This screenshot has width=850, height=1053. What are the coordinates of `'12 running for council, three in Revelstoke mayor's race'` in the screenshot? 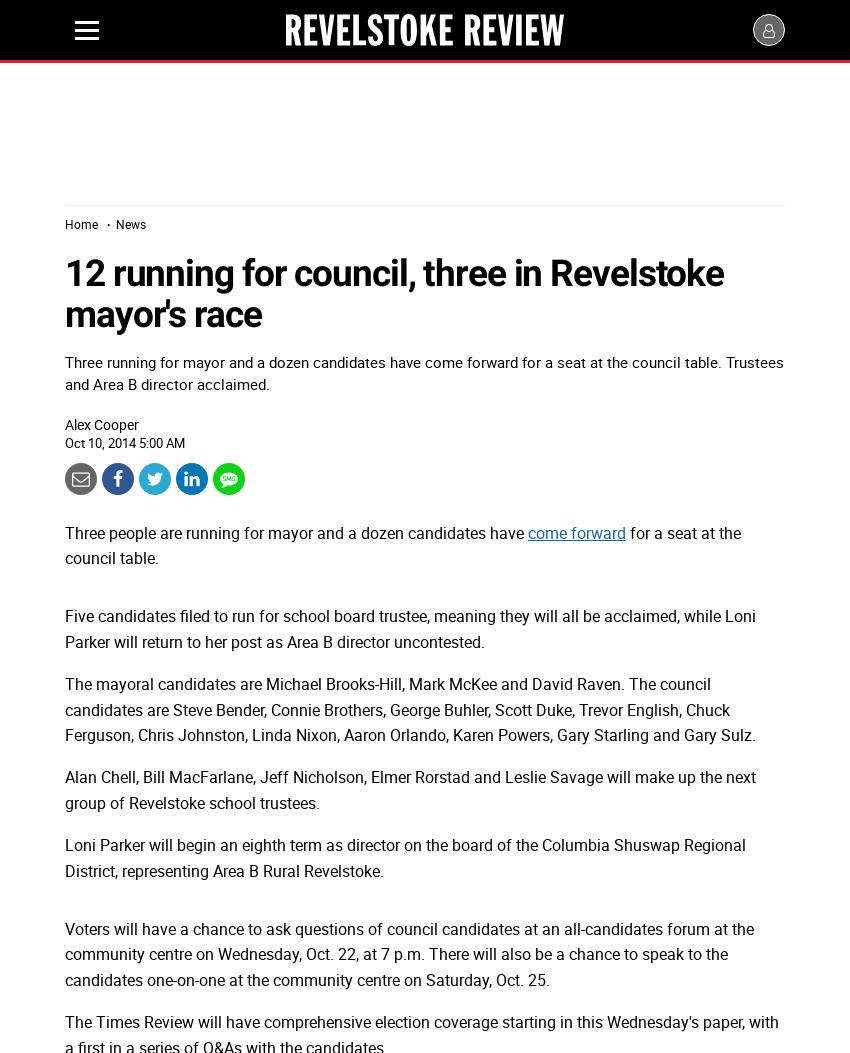 It's located at (394, 293).